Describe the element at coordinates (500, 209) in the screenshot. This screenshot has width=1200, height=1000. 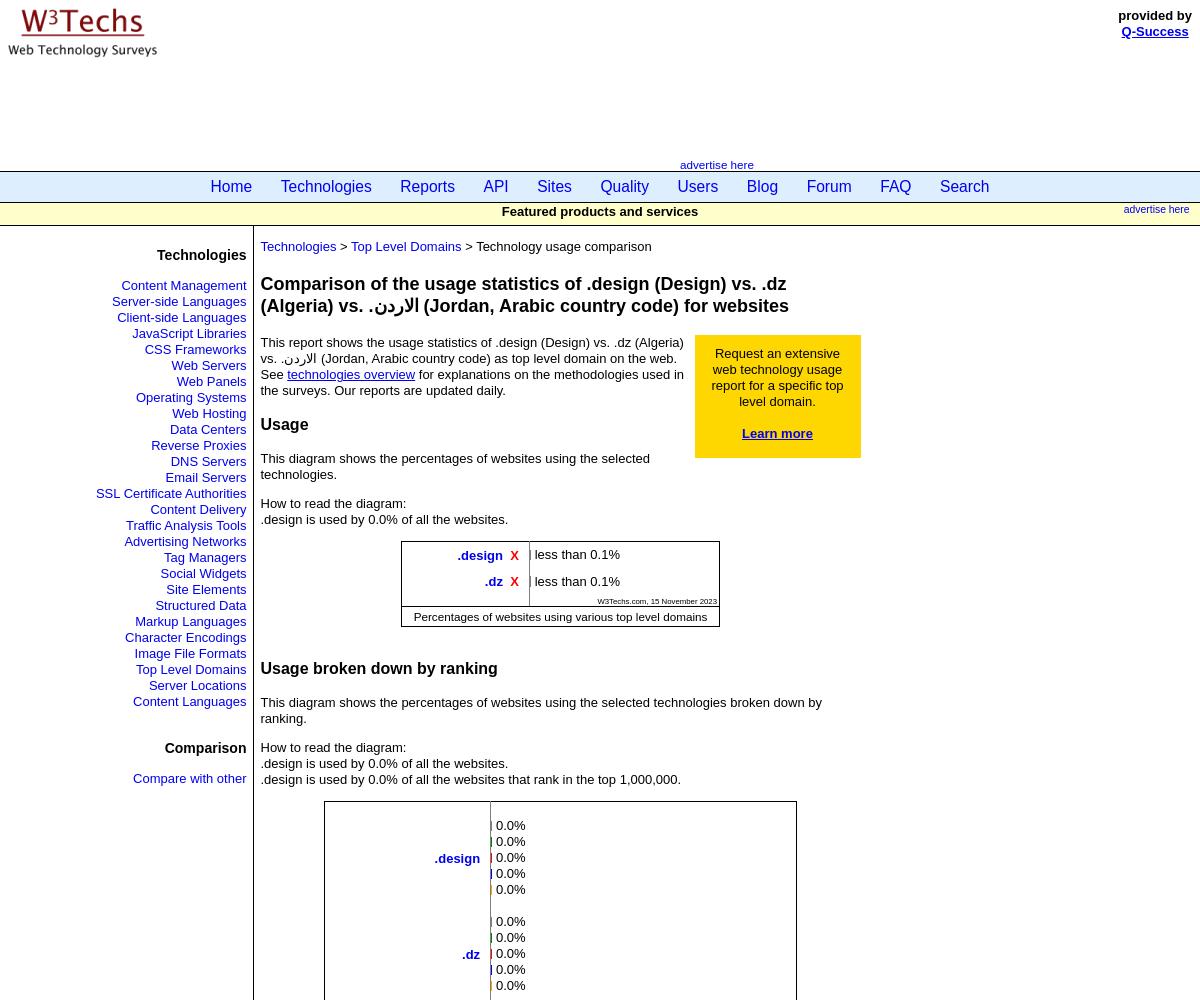
I see `'Featured products and services'` at that location.